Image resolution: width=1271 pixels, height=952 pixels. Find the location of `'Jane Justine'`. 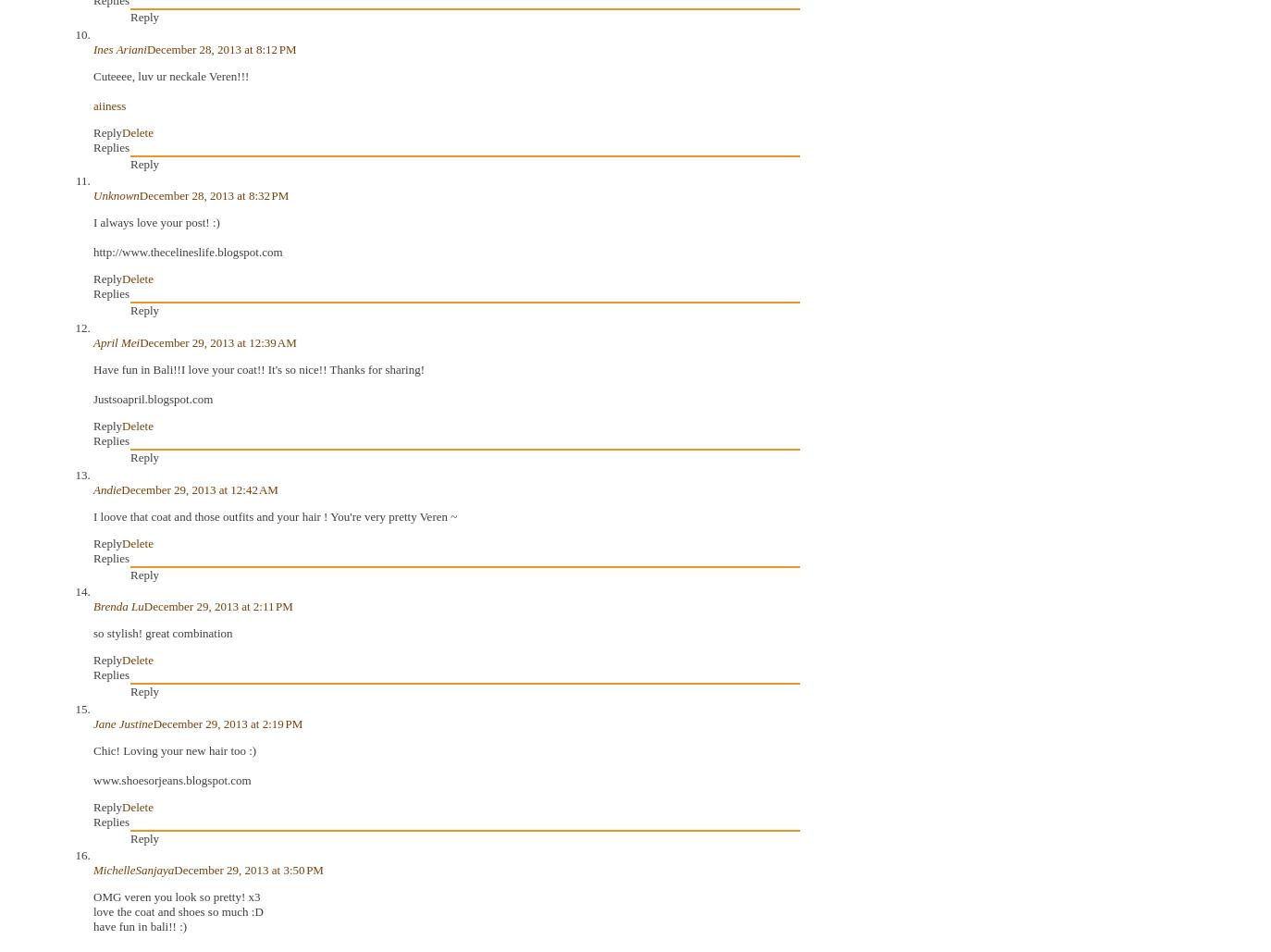

'Jane Justine' is located at coordinates (122, 723).